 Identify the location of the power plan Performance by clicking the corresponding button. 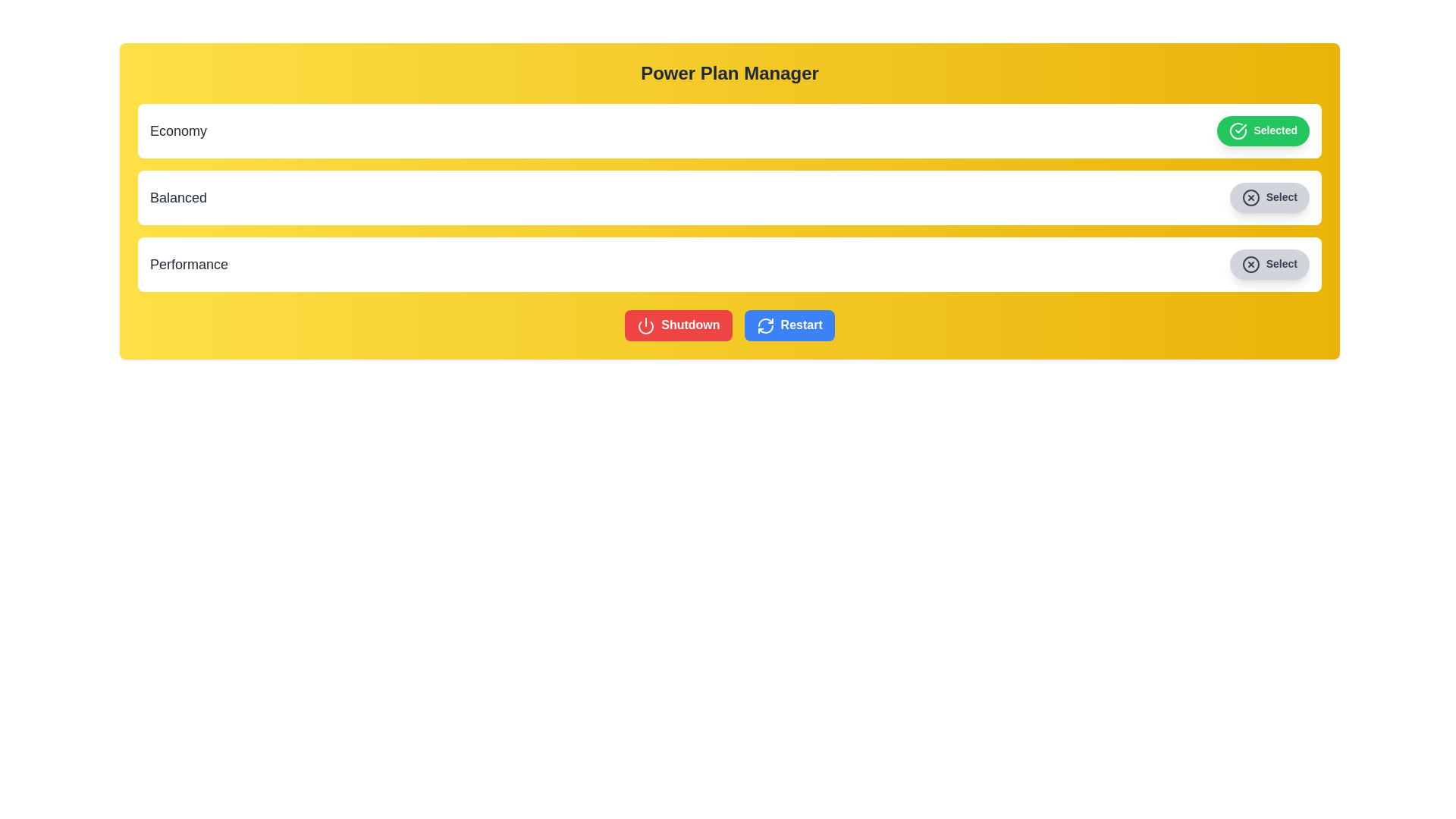
(1269, 263).